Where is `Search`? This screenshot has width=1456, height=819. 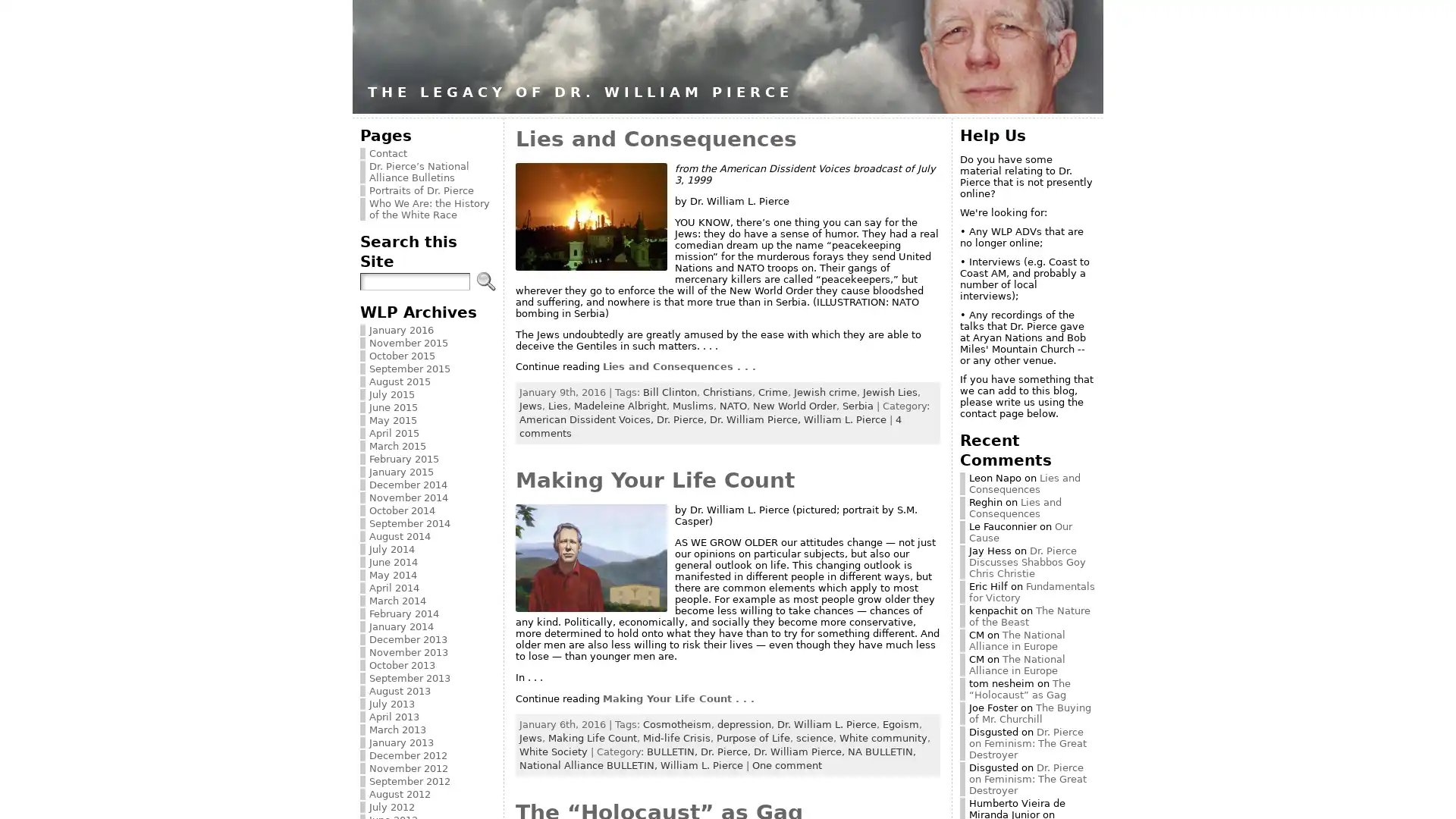 Search is located at coordinates (483, 281).